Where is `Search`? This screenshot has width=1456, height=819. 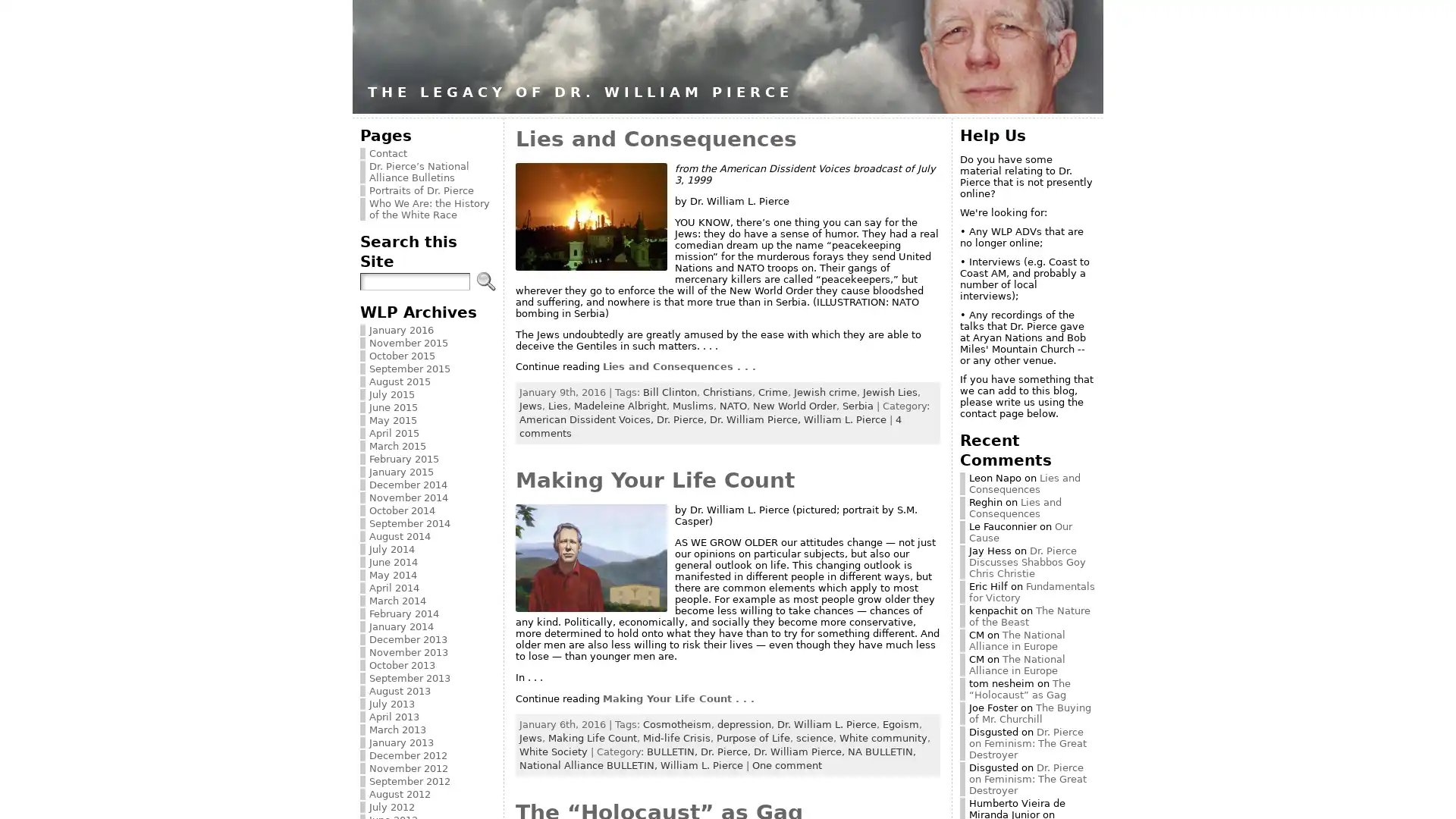 Search is located at coordinates (483, 281).